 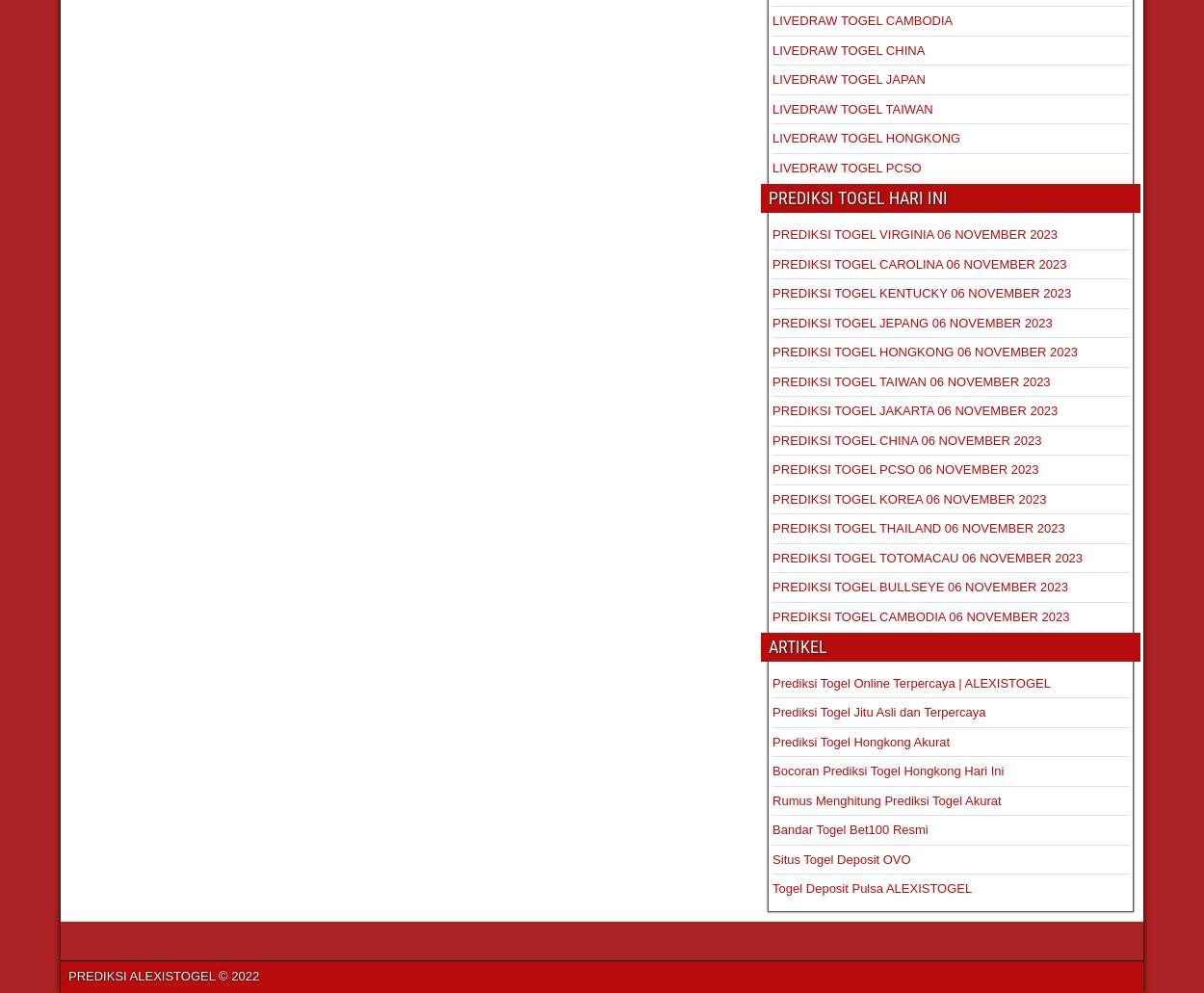 What do you see at coordinates (769, 646) in the screenshot?
I see `'ARTIKEL'` at bounding box center [769, 646].